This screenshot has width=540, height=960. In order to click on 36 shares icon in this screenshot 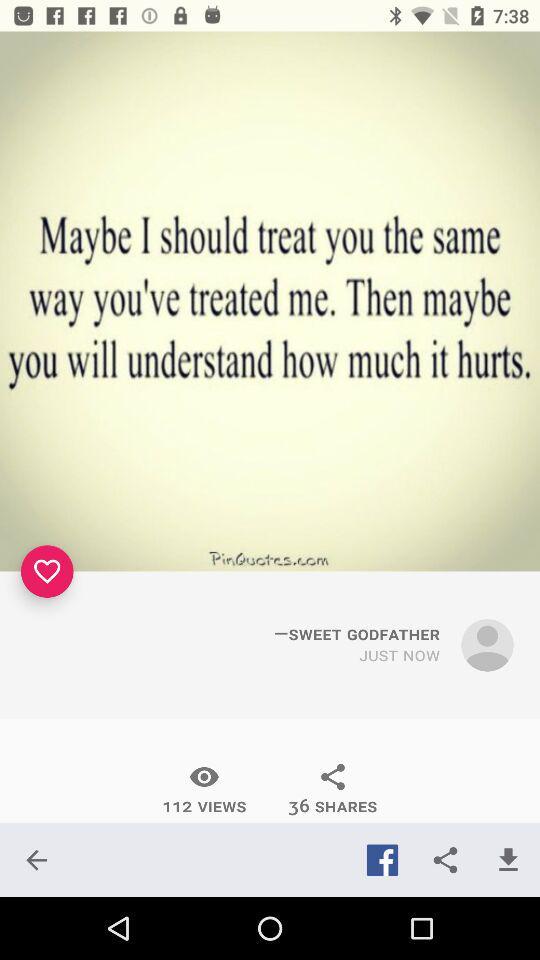, I will do `click(333, 789)`.